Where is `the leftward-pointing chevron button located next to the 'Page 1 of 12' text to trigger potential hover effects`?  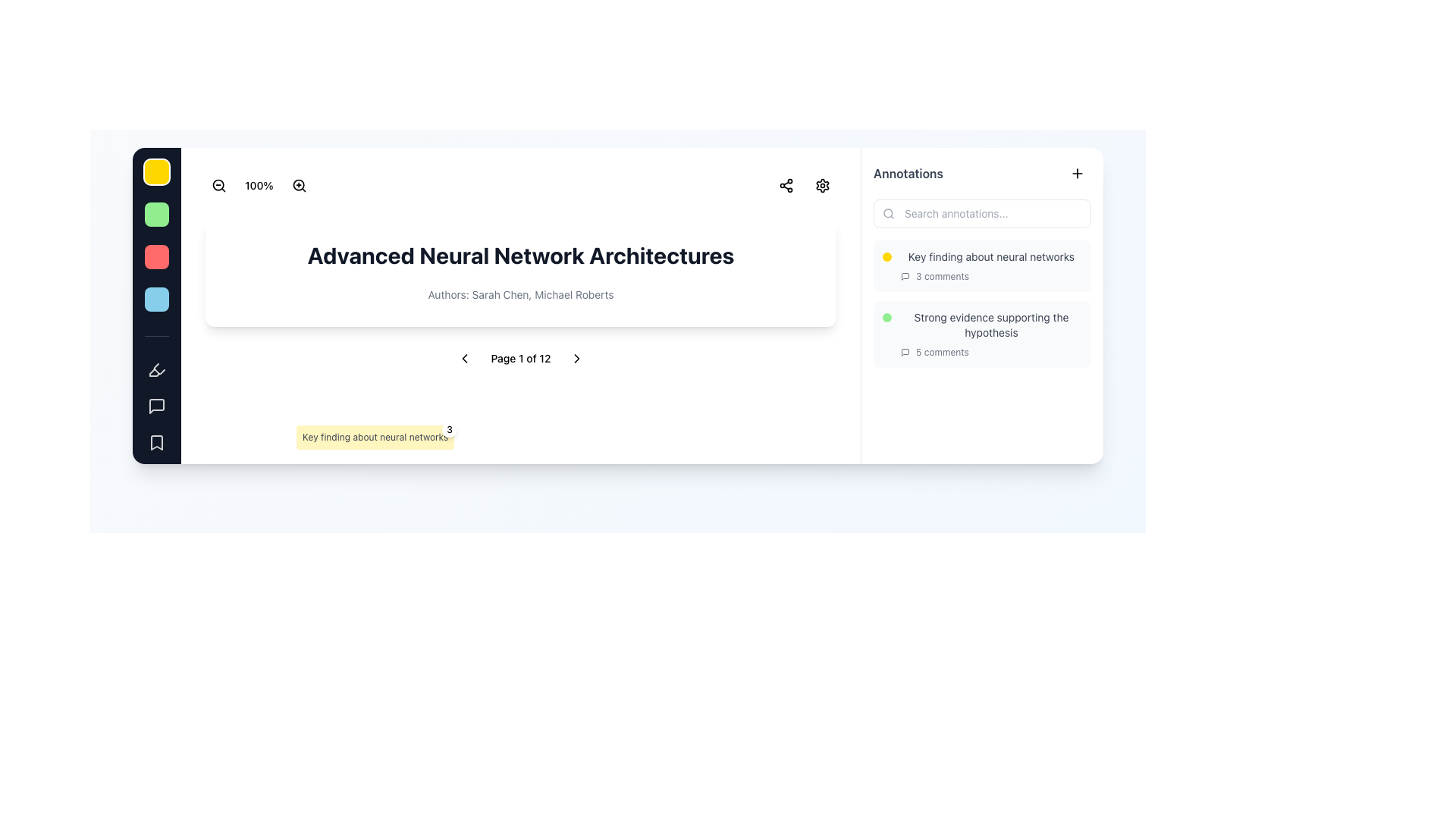 the leftward-pointing chevron button located next to the 'Page 1 of 12' text to trigger potential hover effects is located at coordinates (464, 359).